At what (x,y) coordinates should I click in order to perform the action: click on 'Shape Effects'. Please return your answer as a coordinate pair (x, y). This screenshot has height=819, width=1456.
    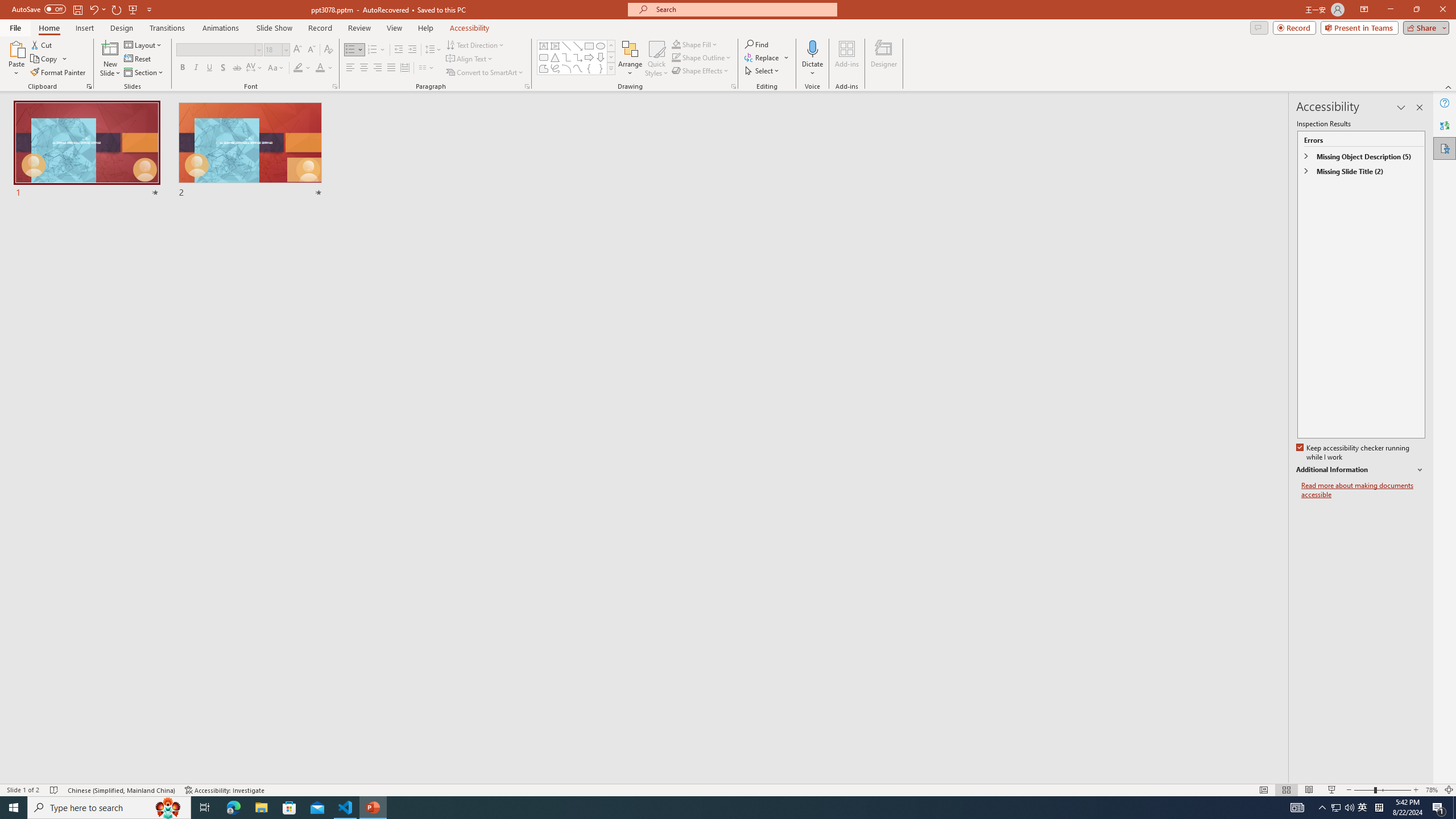
    Looking at the image, I should click on (700, 69).